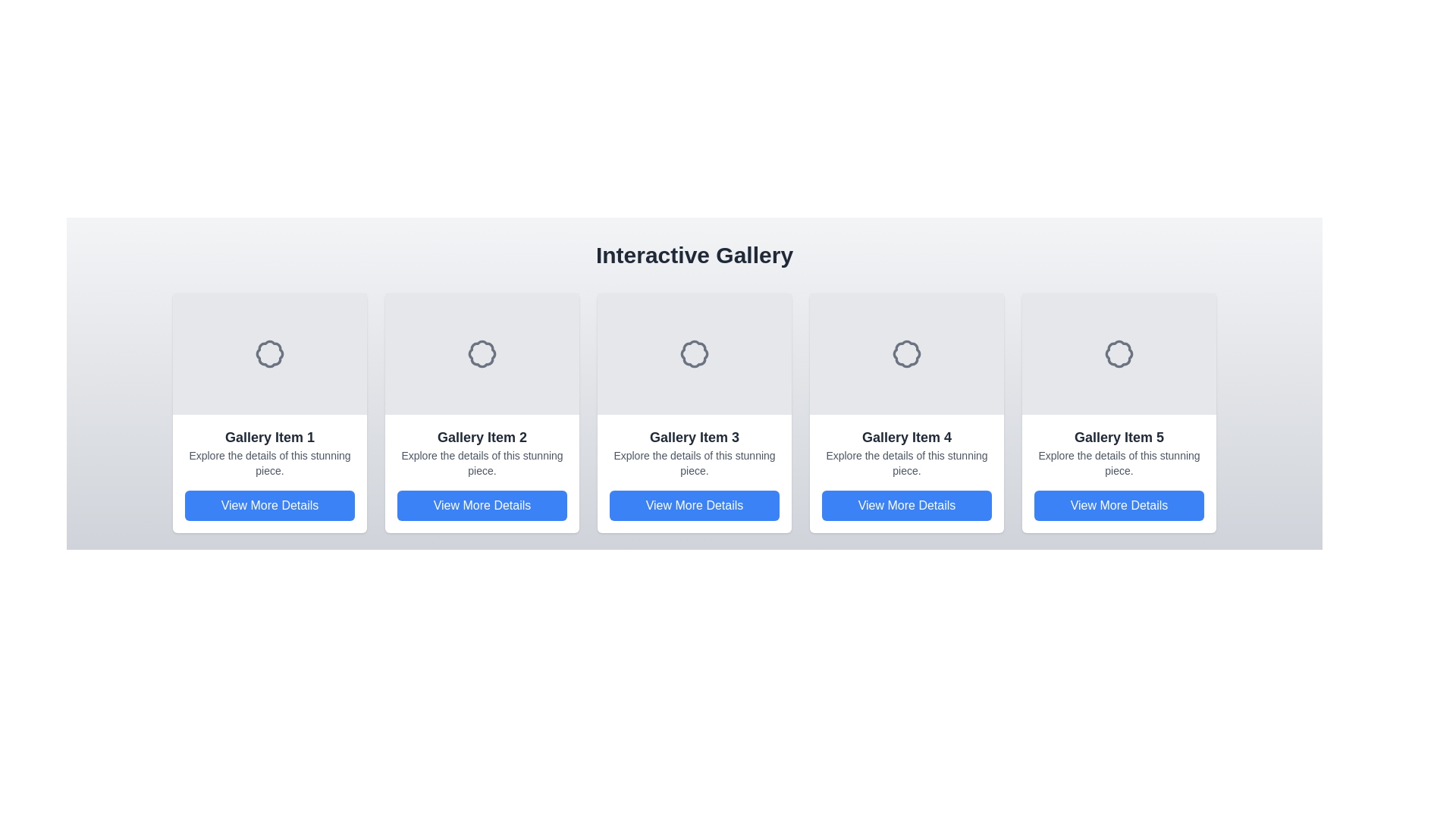  I want to click on the prominently styled header text stating 'Interactive Gallery' which is located at the top of the interface, centered horizontally, and features bold dark gray text on a light gray gradient background, so click(694, 254).